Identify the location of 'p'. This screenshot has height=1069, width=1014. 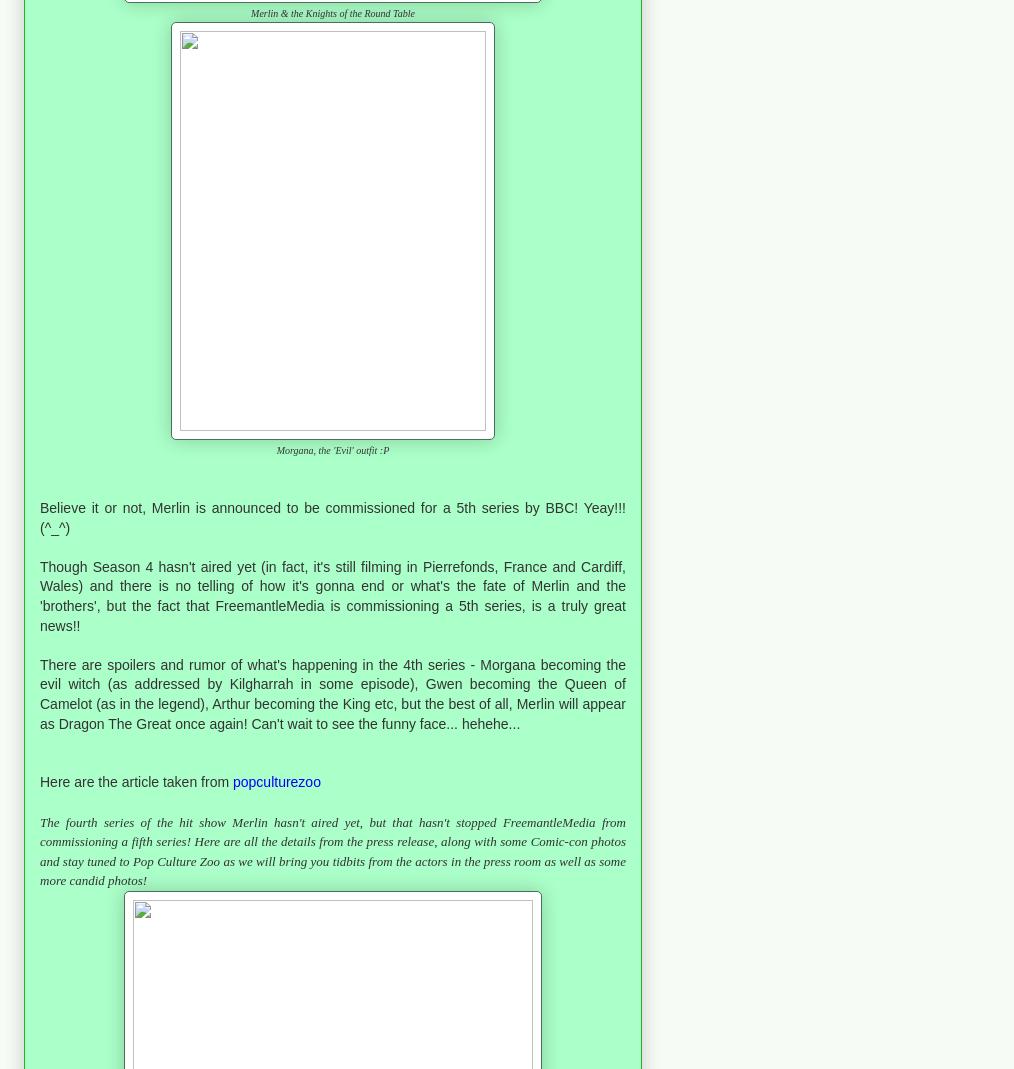
(231, 781).